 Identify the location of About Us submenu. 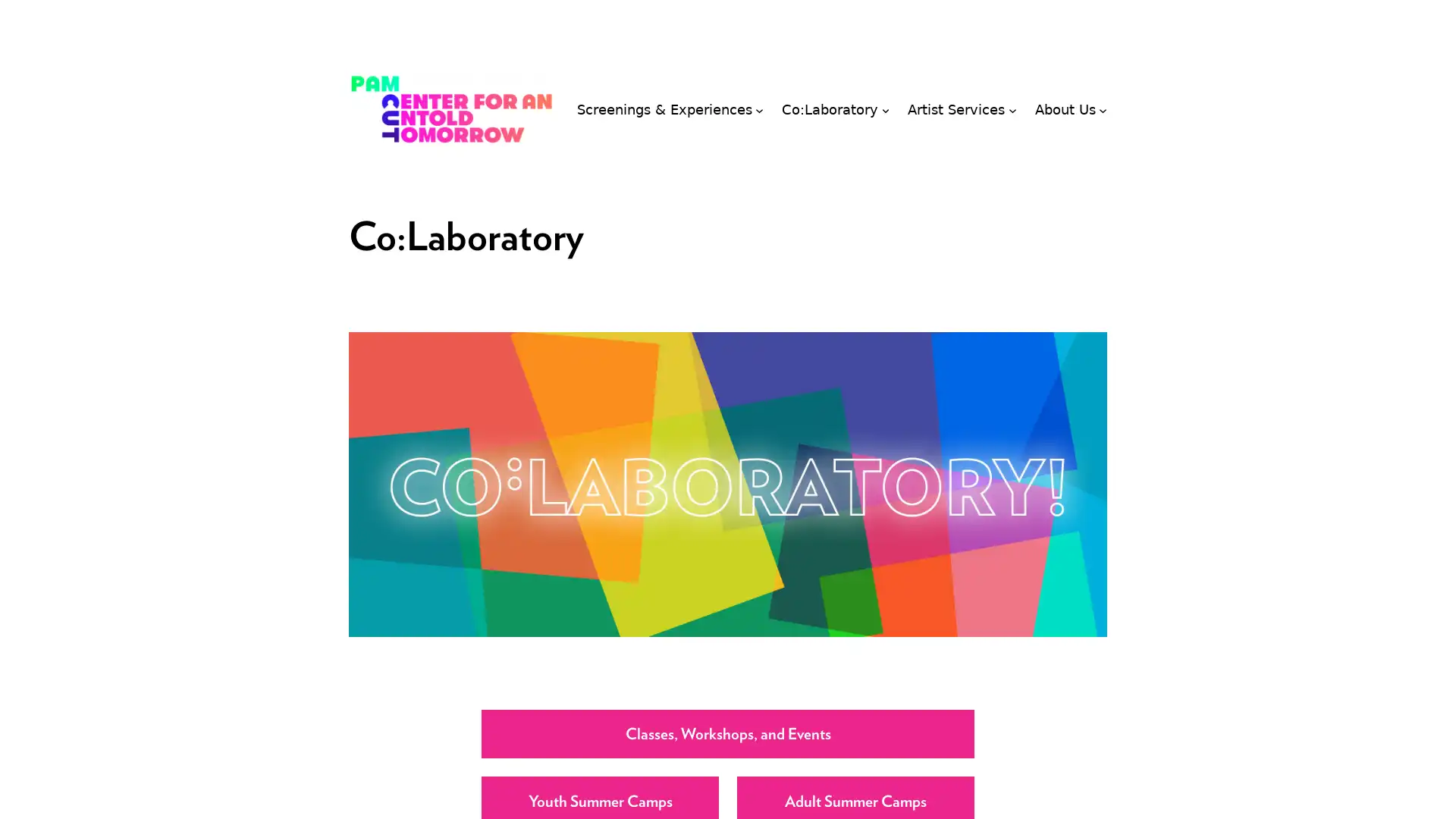
(1103, 108).